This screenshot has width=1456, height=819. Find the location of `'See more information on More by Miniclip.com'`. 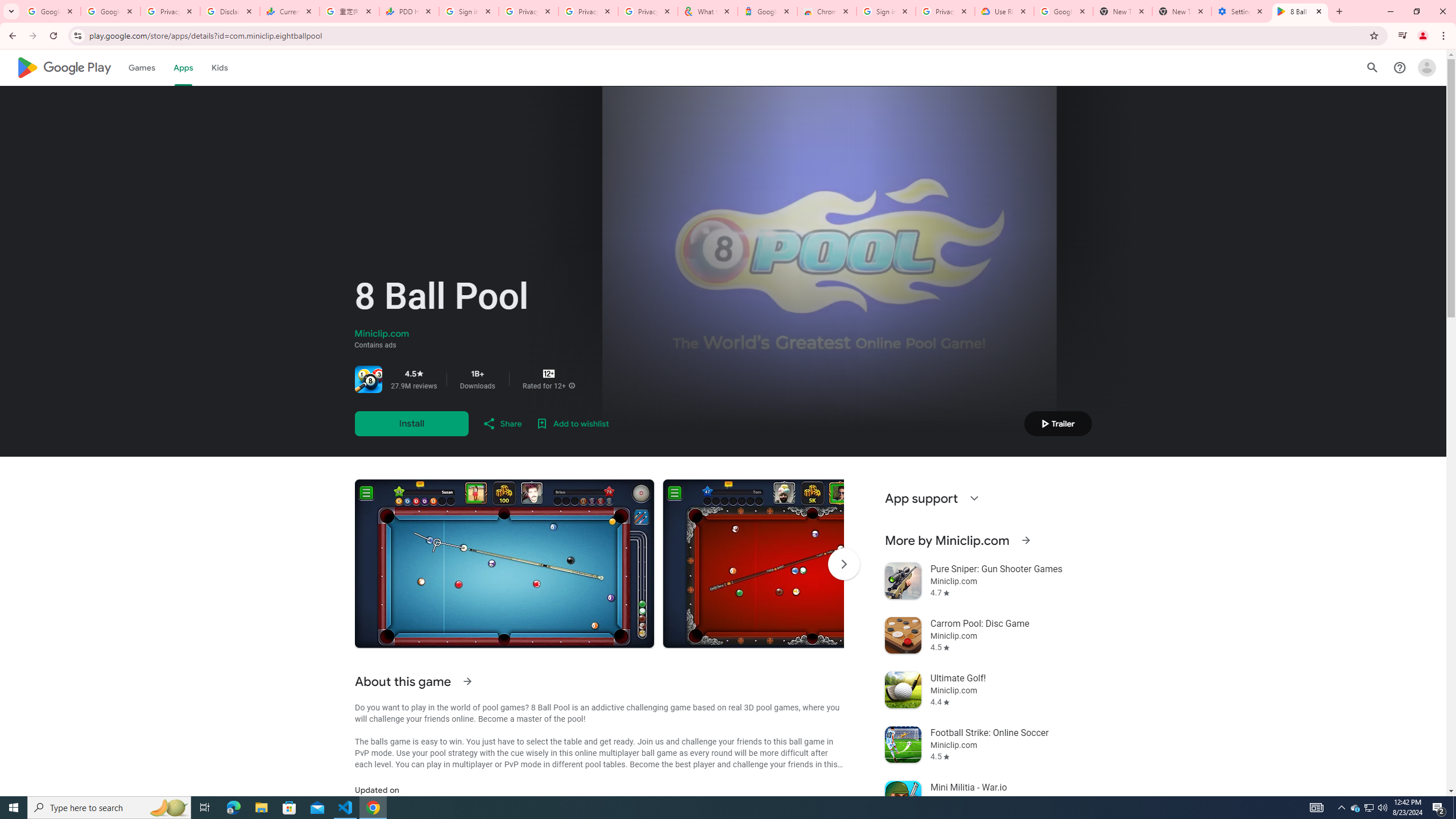

'See more information on More by Miniclip.com' is located at coordinates (1025, 540).